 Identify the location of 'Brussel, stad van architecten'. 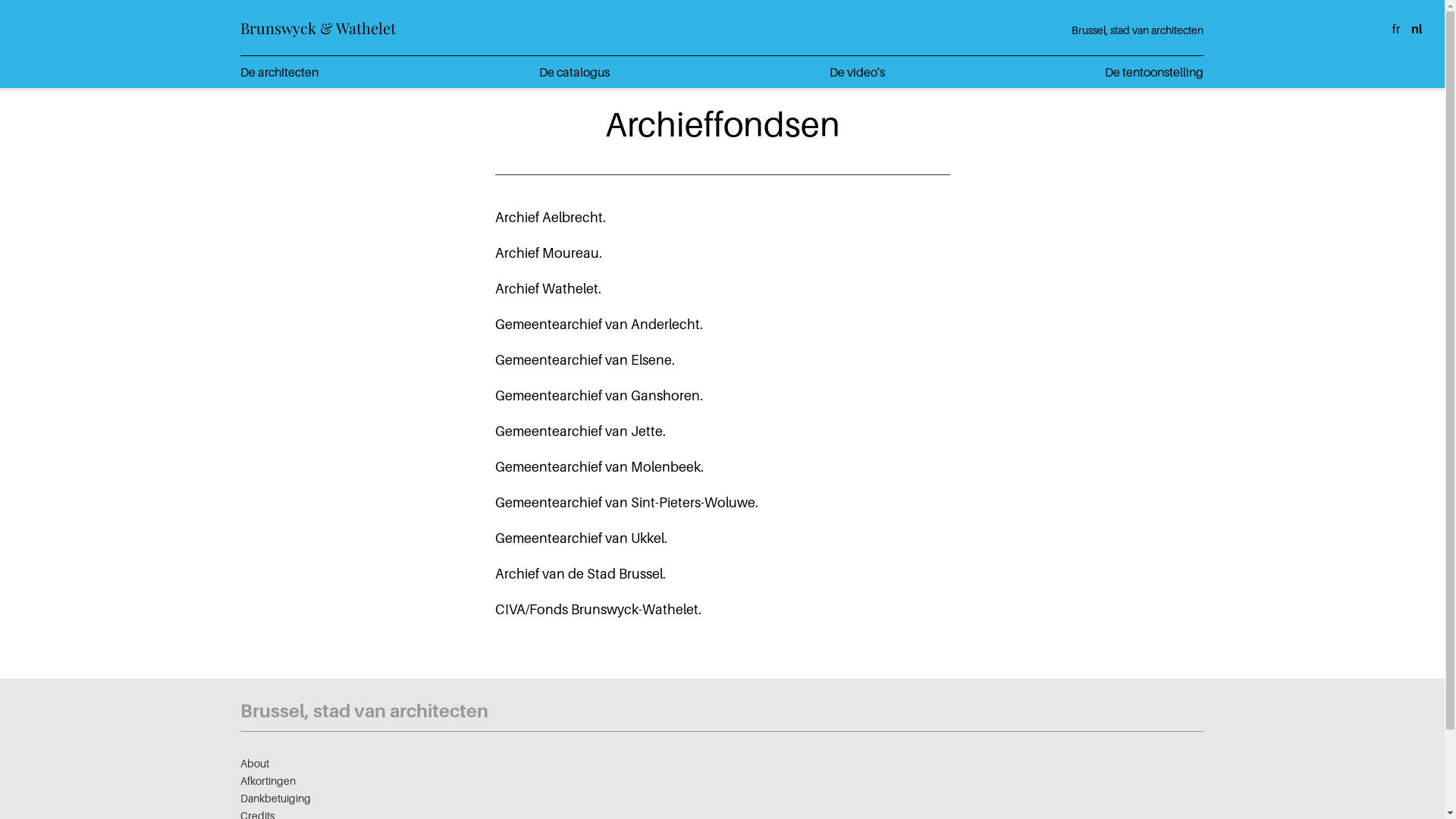
(1137, 30).